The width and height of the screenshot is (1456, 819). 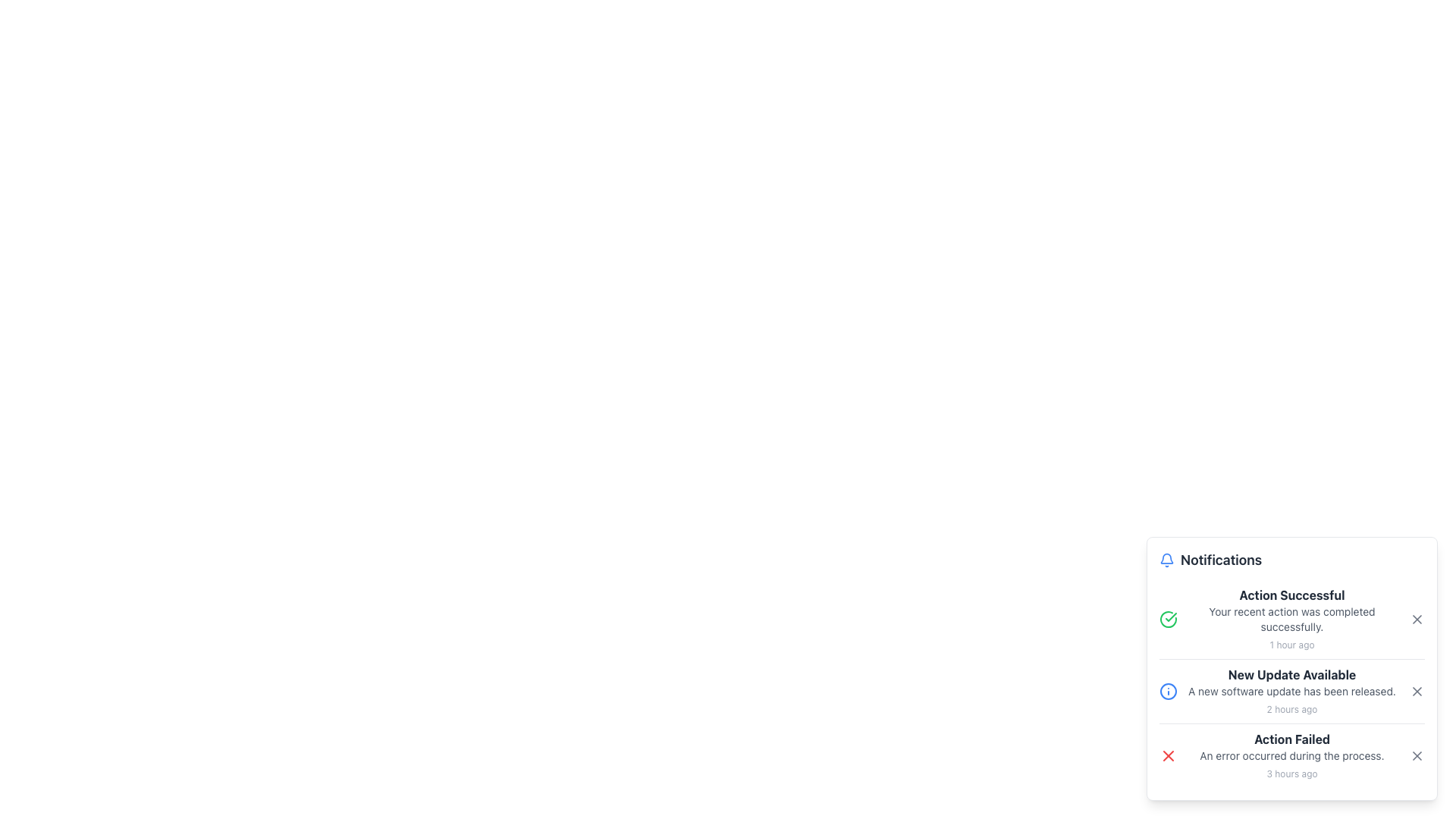 What do you see at coordinates (1291, 691) in the screenshot?
I see `the text label reading "A new software update has been released," which is positioned between the heading "New Update Available" and the timestamp "2 hours ago."` at bounding box center [1291, 691].